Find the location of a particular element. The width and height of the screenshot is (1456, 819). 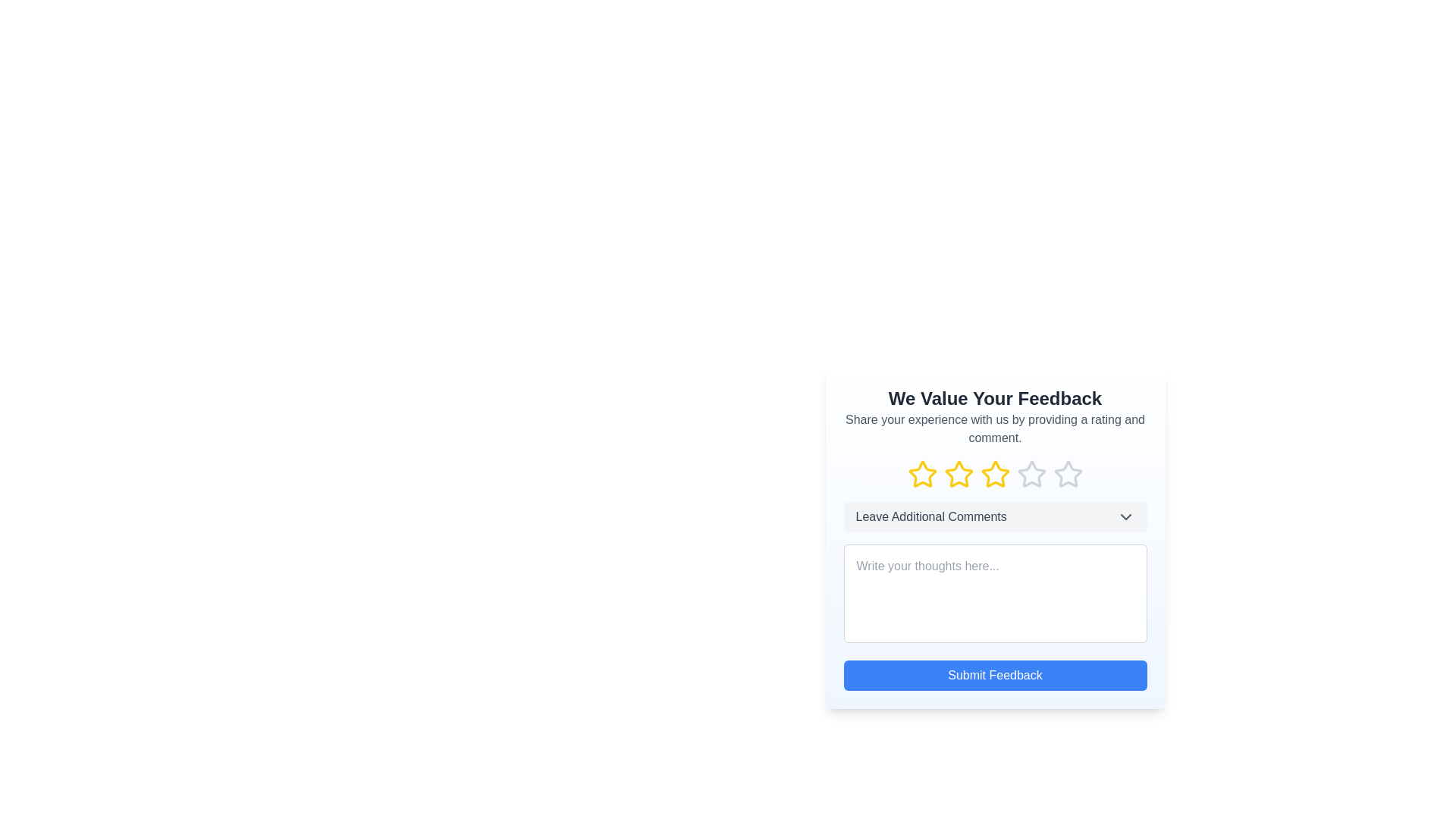

the header element with bold, extra-large text that reads 'We Value Your Feedback', located at the top of the feedback form interface is located at coordinates (995, 397).